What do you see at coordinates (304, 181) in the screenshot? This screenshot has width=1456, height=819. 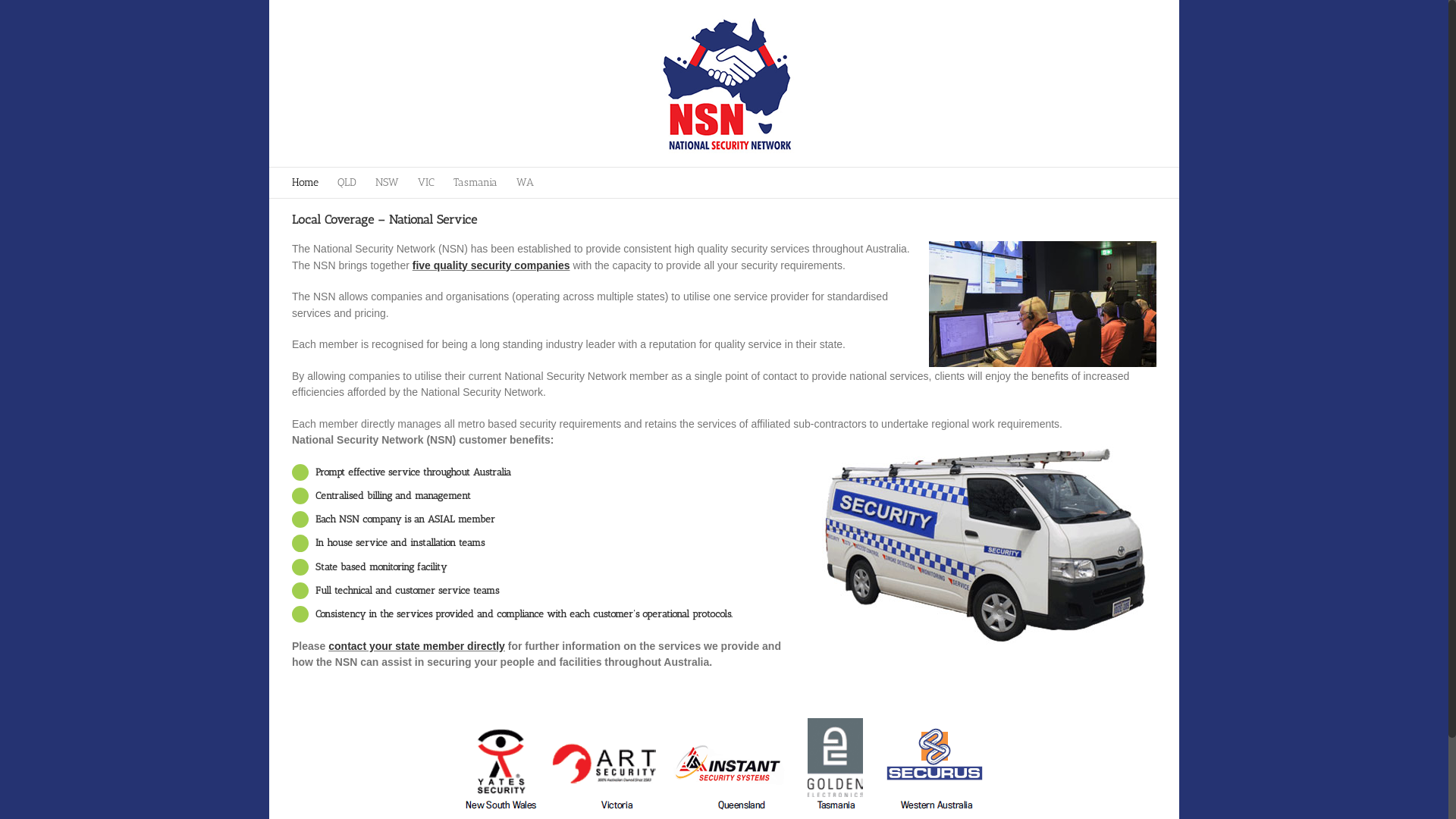 I see `'Home'` at bounding box center [304, 181].